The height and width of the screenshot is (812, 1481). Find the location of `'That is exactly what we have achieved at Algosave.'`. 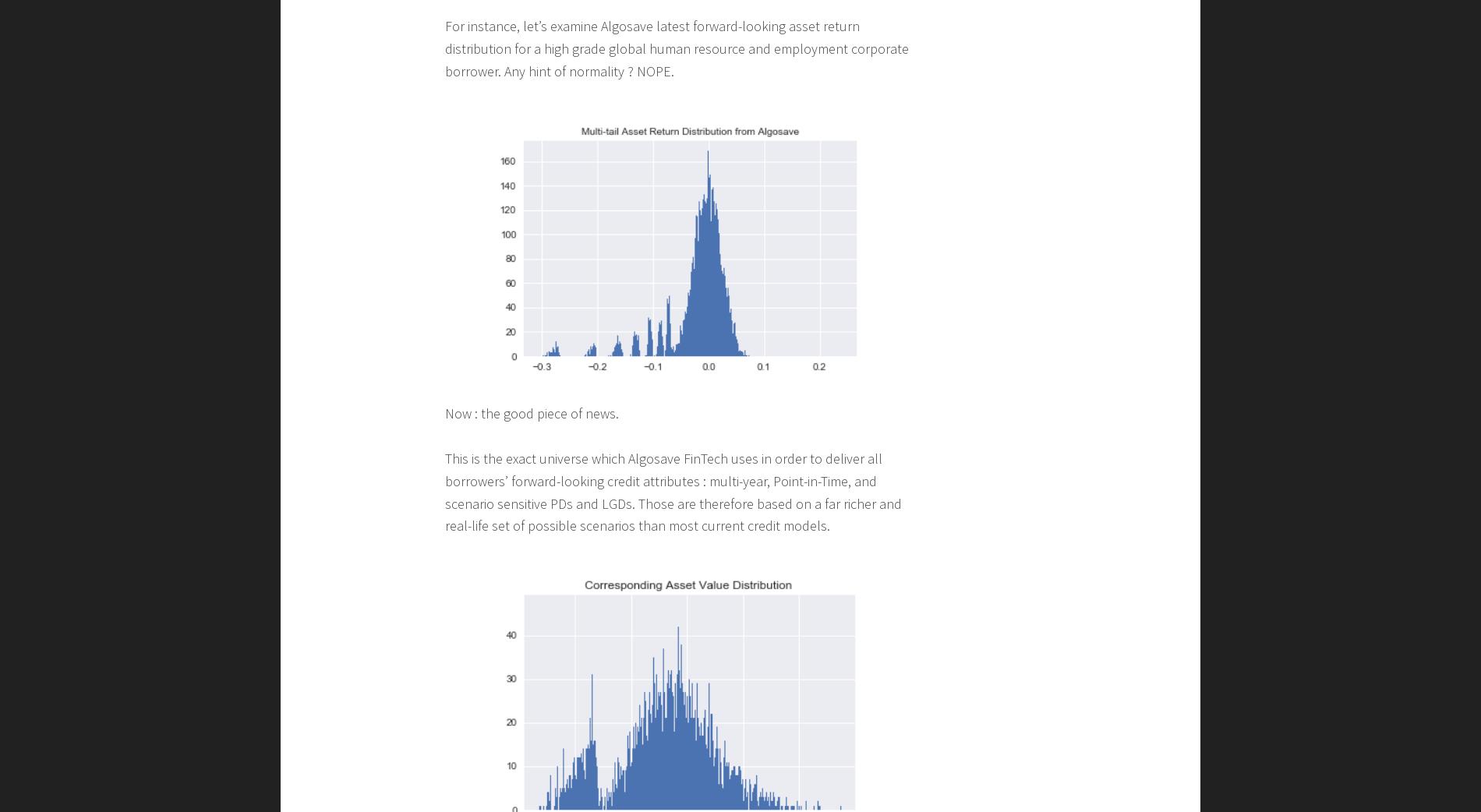

'That is exactly what we have achieved at Algosave.' is located at coordinates (590, 634).